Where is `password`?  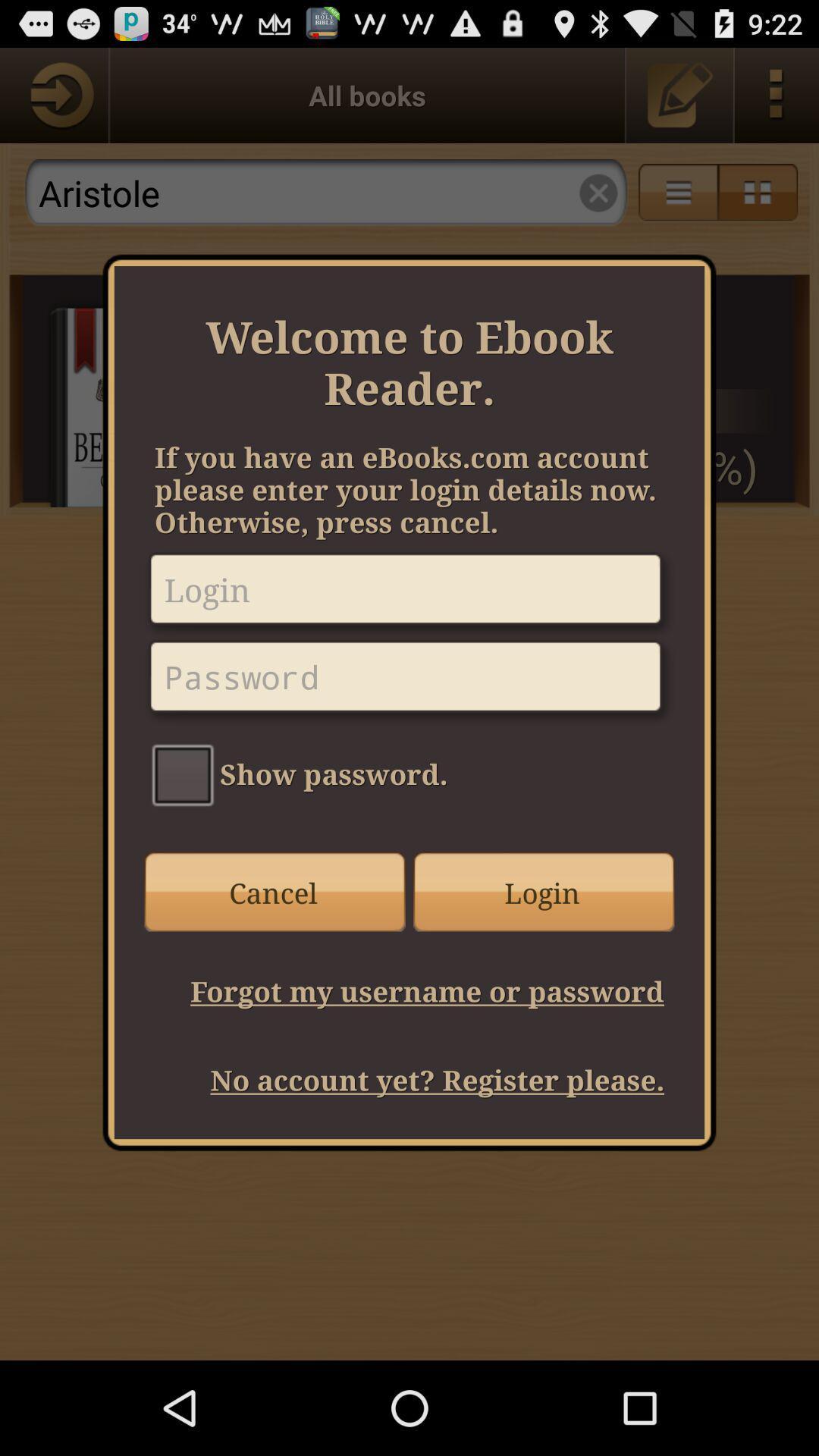
password is located at coordinates (409, 682).